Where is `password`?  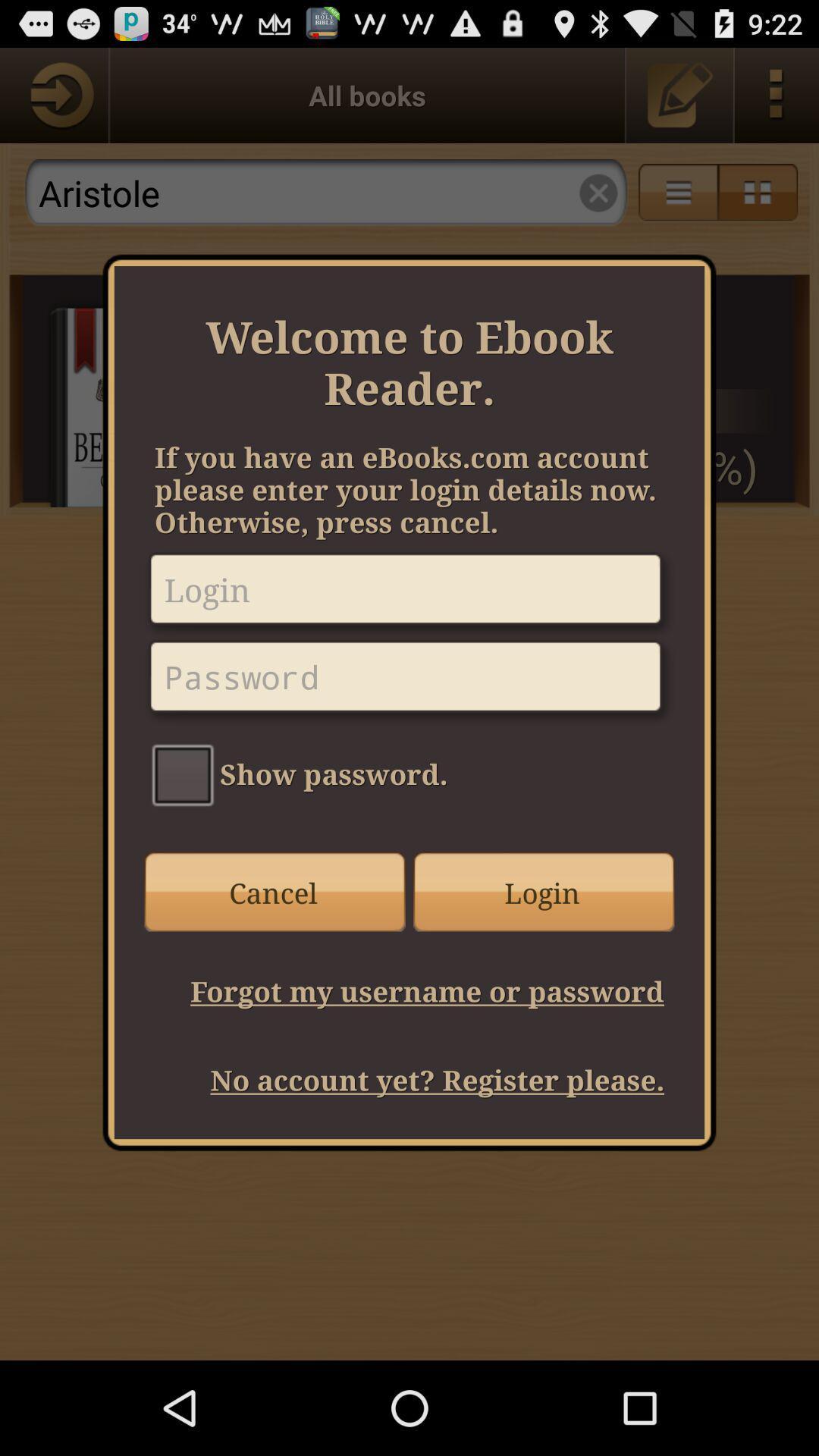
password is located at coordinates (409, 682).